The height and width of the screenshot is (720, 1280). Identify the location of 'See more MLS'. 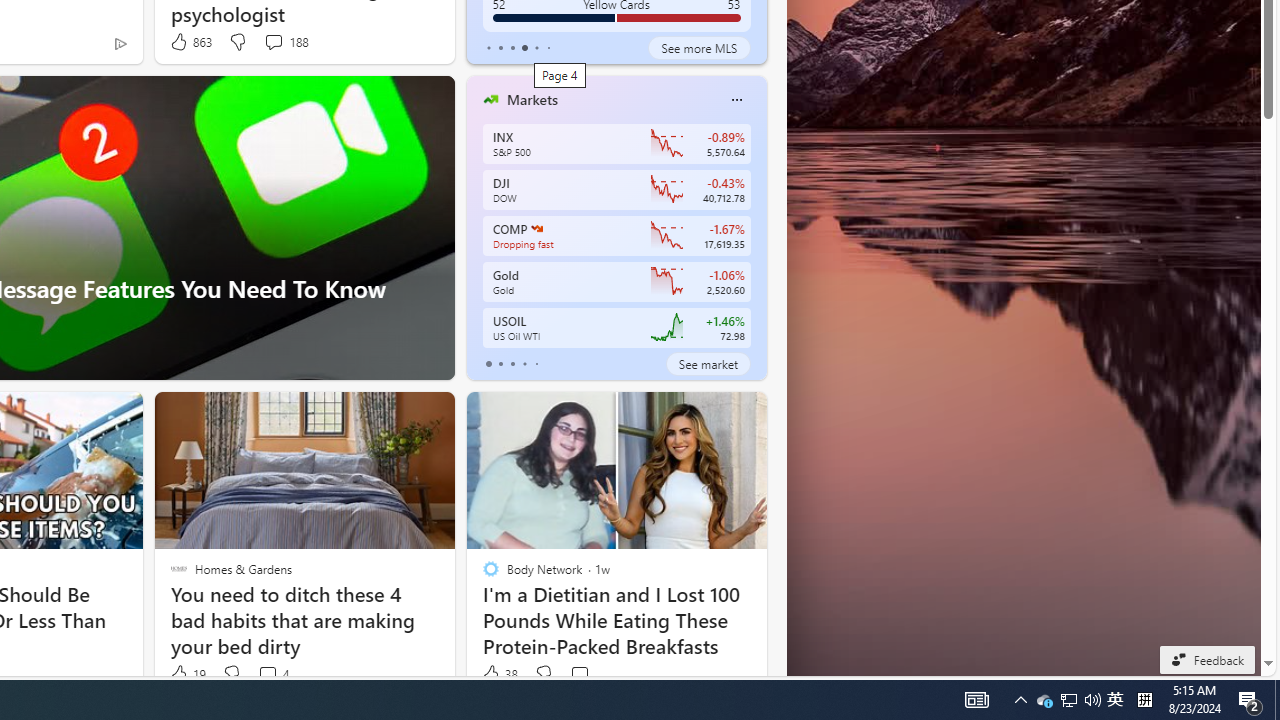
(699, 46).